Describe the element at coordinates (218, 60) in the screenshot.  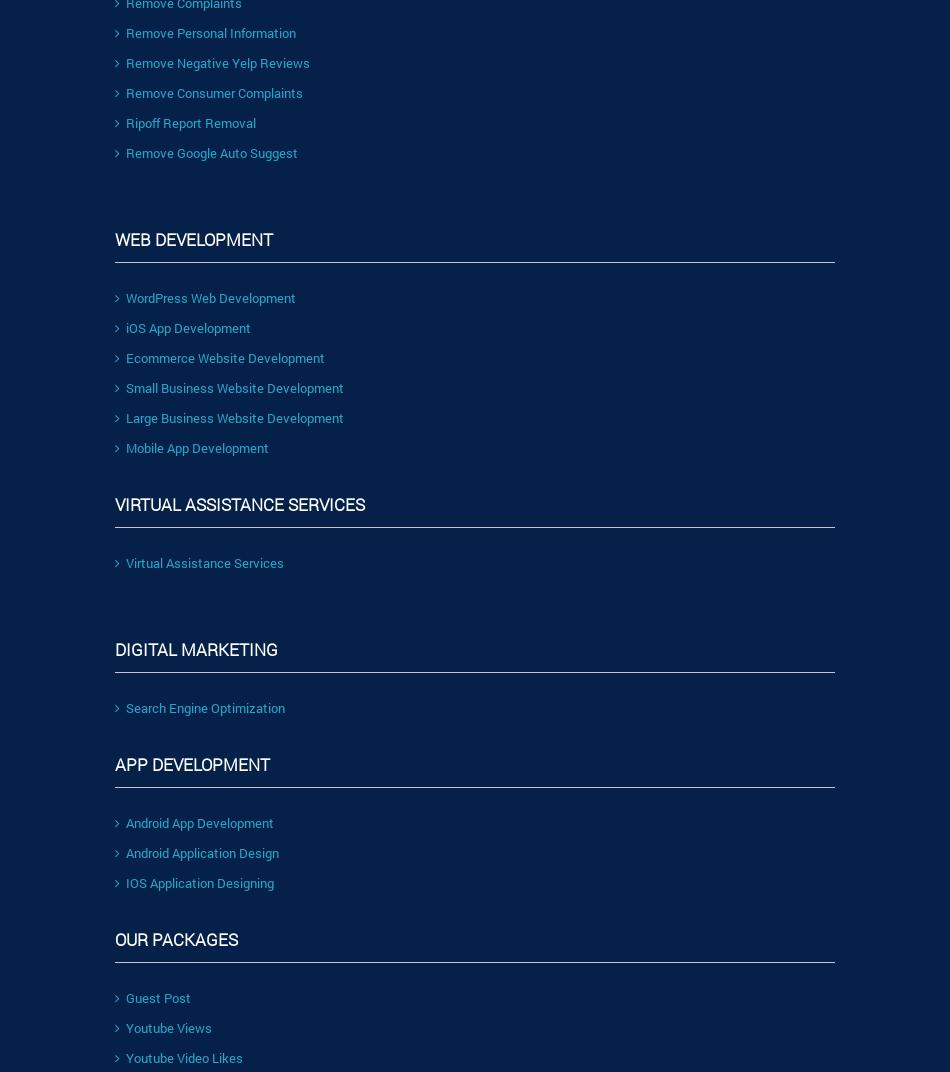
I see `'Remove Negative Yelp Reviews'` at that location.